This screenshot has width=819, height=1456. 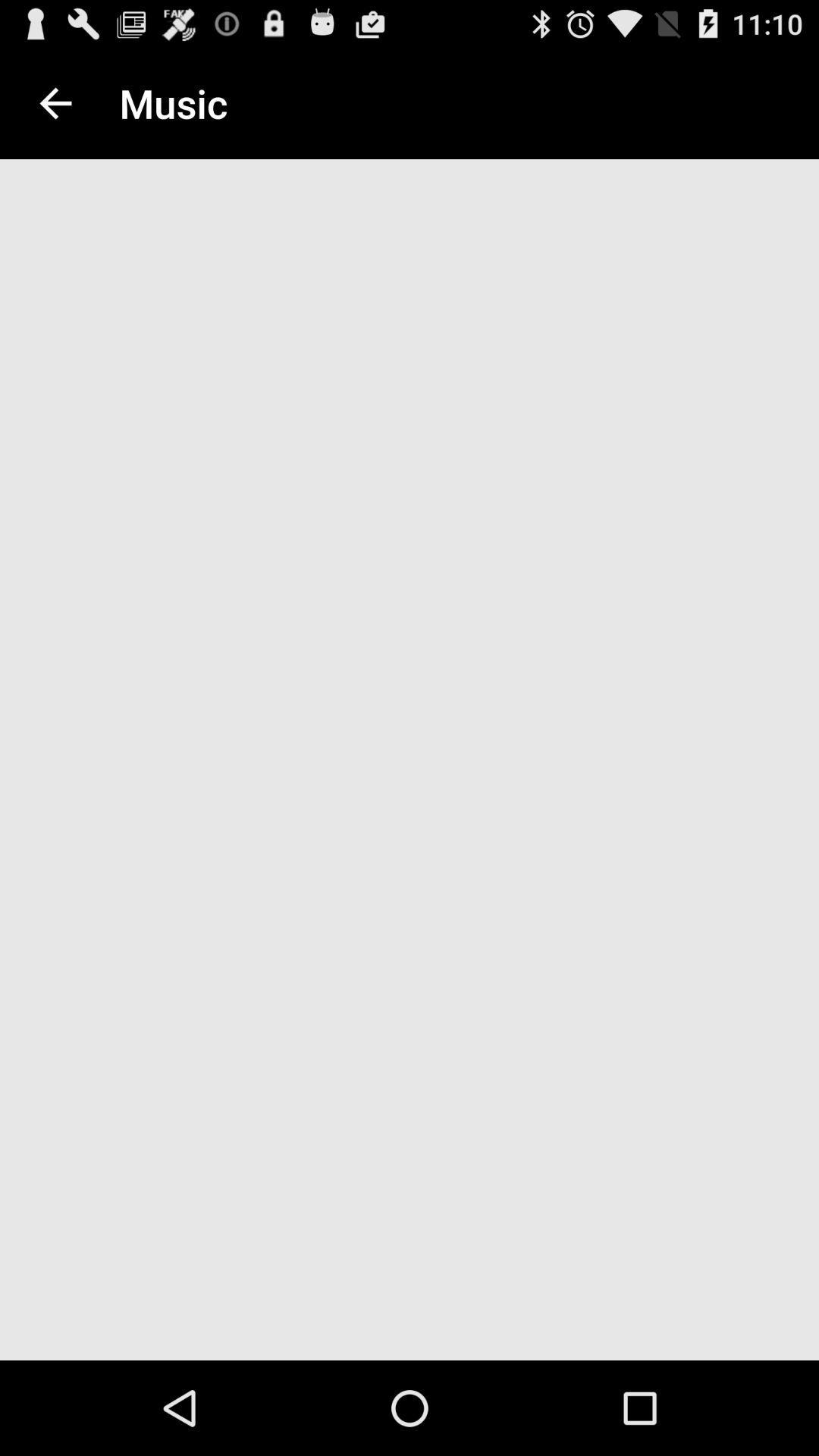 What do you see at coordinates (409, 764) in the screenshot?
I see `item at the center` at bounding box center [409, 764].